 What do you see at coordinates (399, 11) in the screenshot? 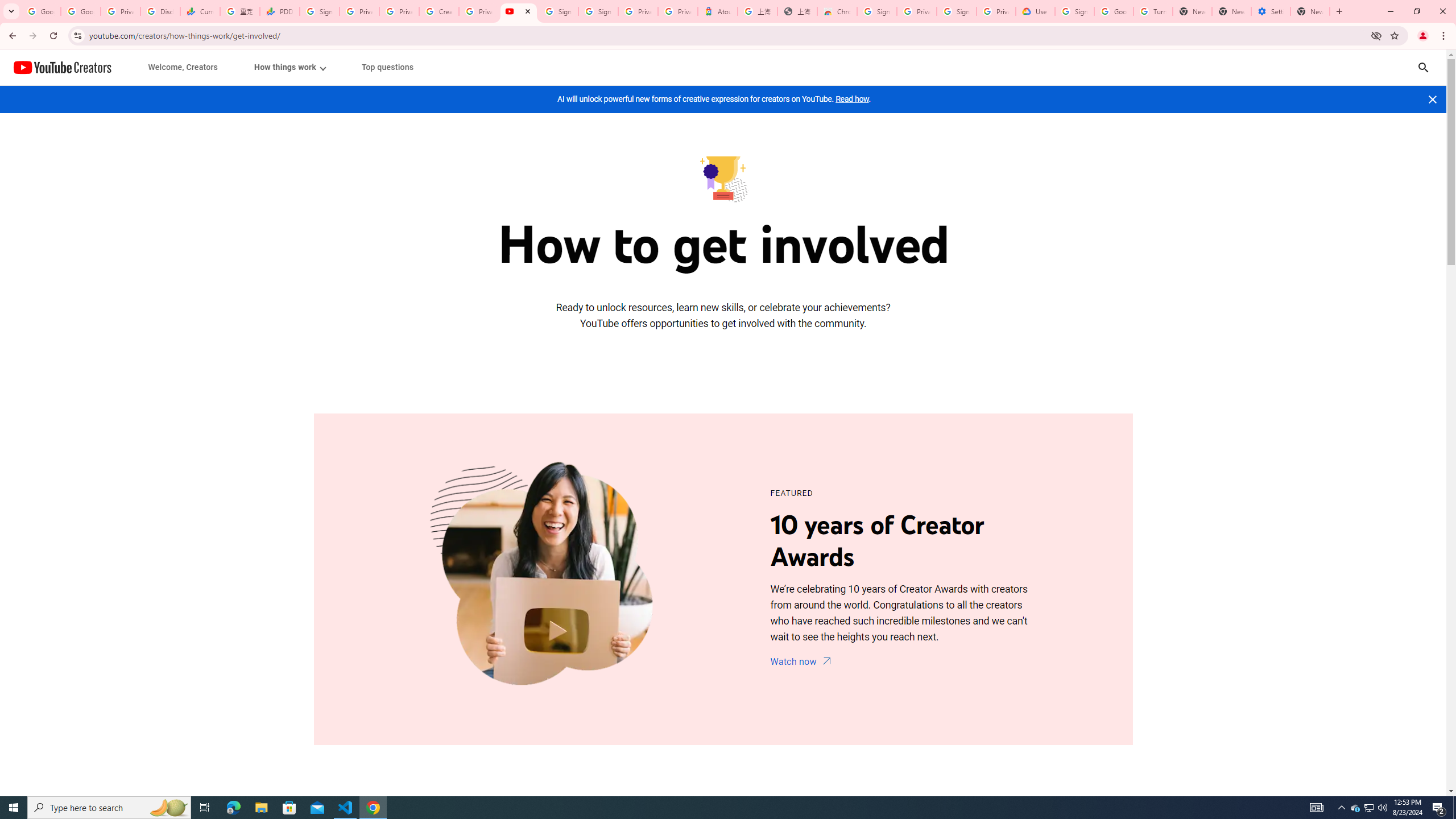
I see `'Privacy Checkup'` at bounding box center [399, 11].